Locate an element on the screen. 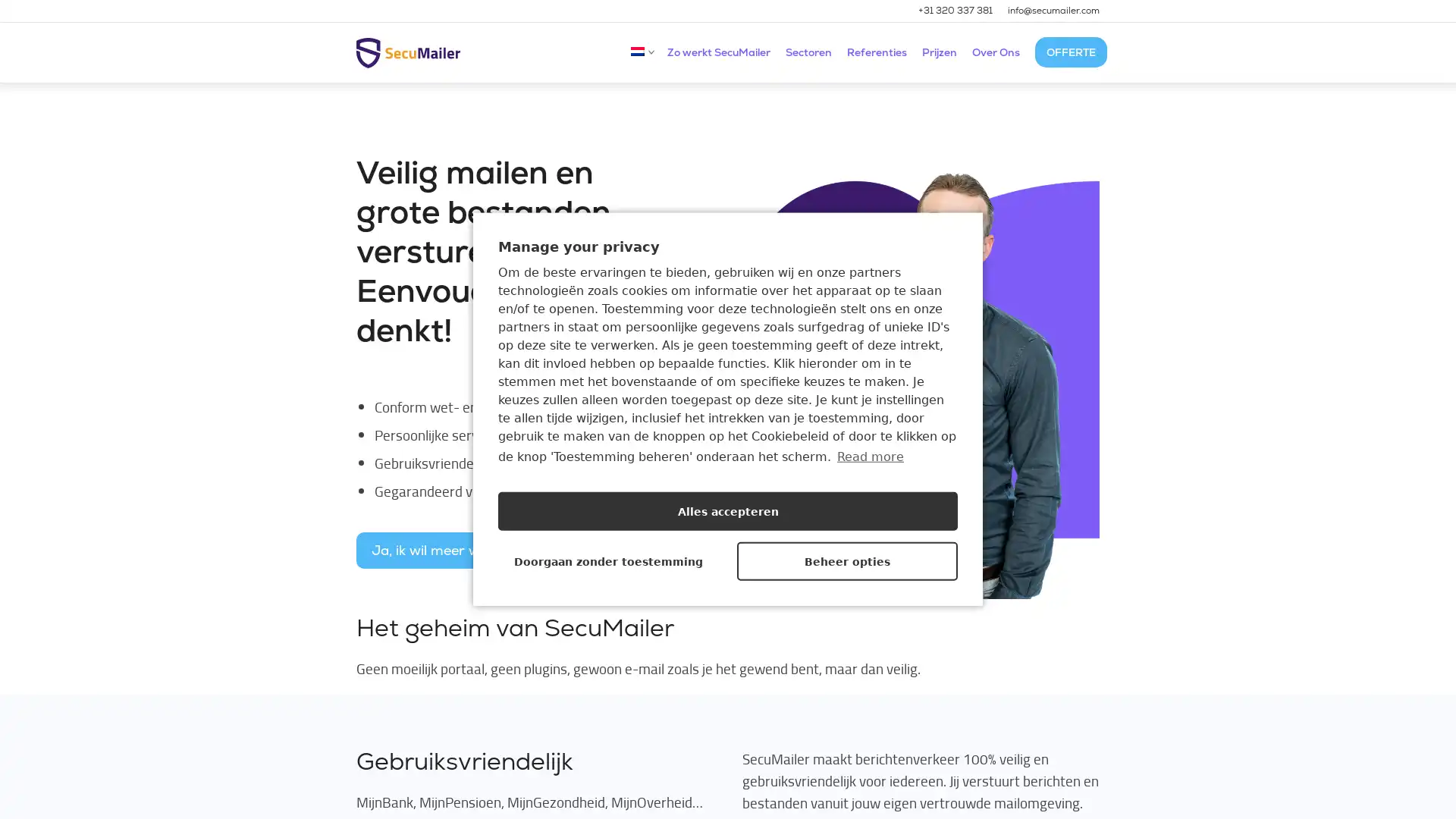 The height and width of the screenshot is (819, 1456). Alles accepteren is located at coordinates (728, 511).